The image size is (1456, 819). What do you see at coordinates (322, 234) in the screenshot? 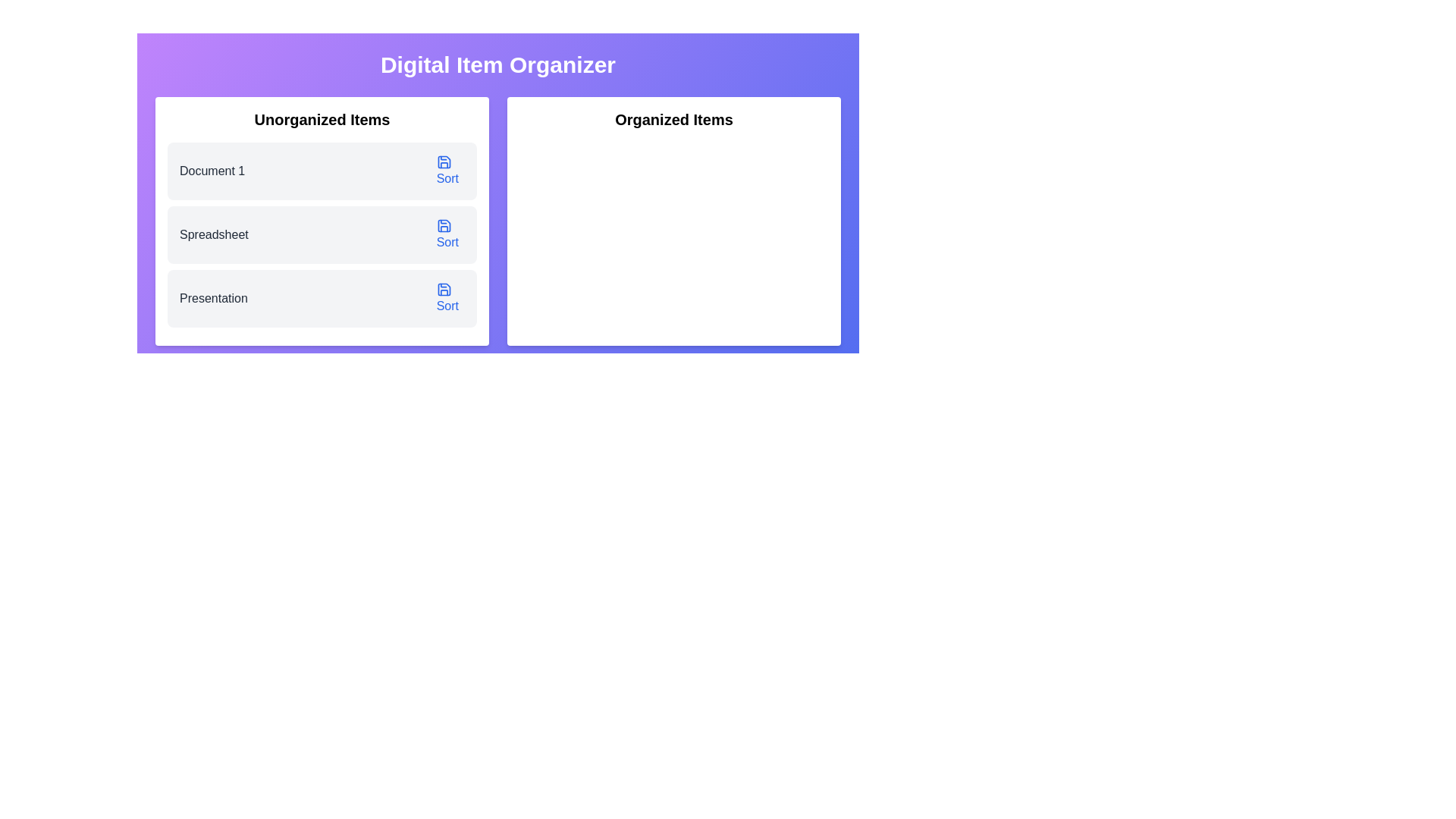
I see `the content of the List item with the text 'Spreadsheet' on the left and a blue clickable 'Sort' text on the right, located in the second row of the 'Unorganized Items' section` at bounding box center [322, 234].